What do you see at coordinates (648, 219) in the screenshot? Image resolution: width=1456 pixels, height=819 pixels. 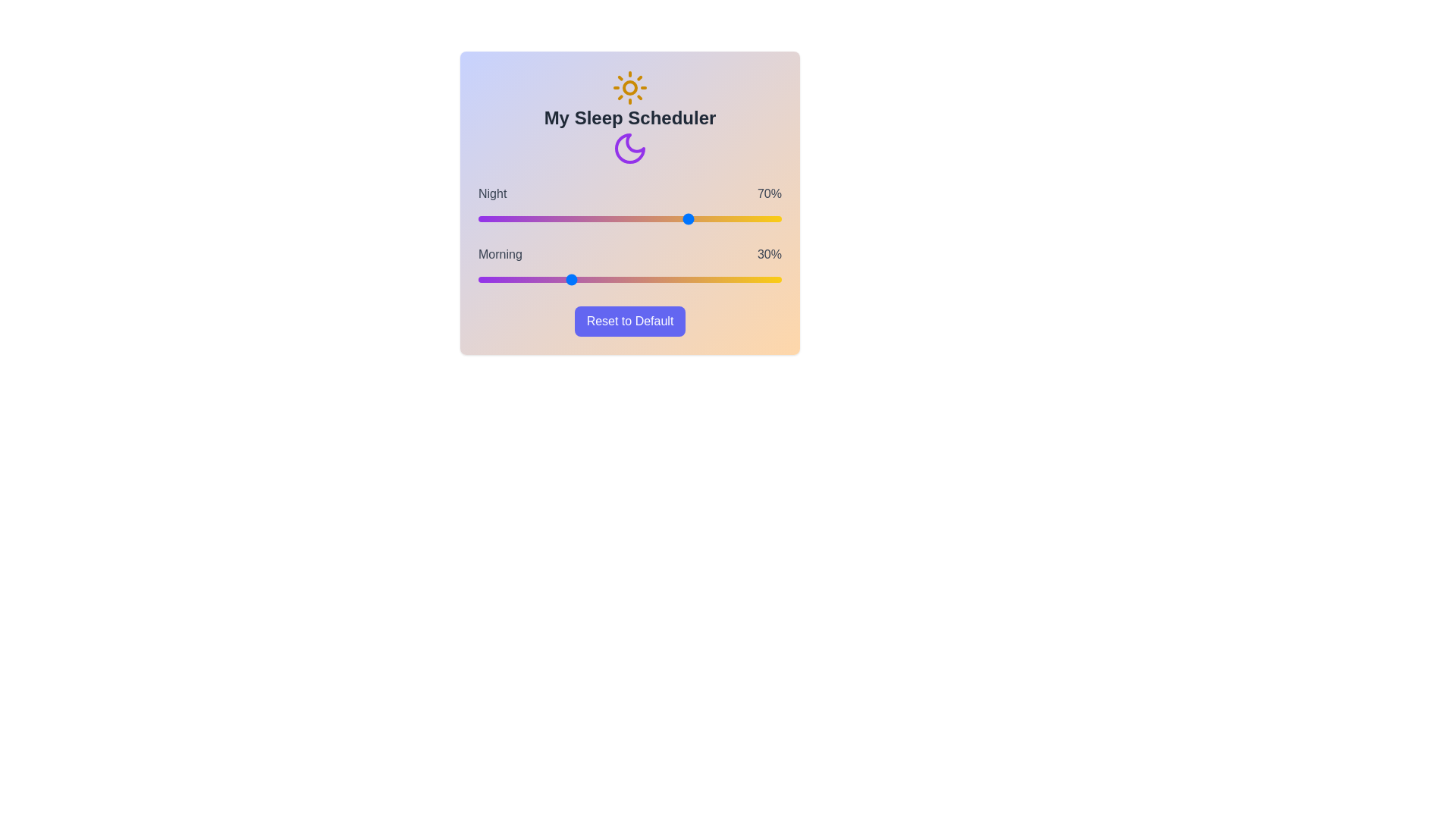 I see `the 'Night' slider to 56%` at bounding box center [648, 219].